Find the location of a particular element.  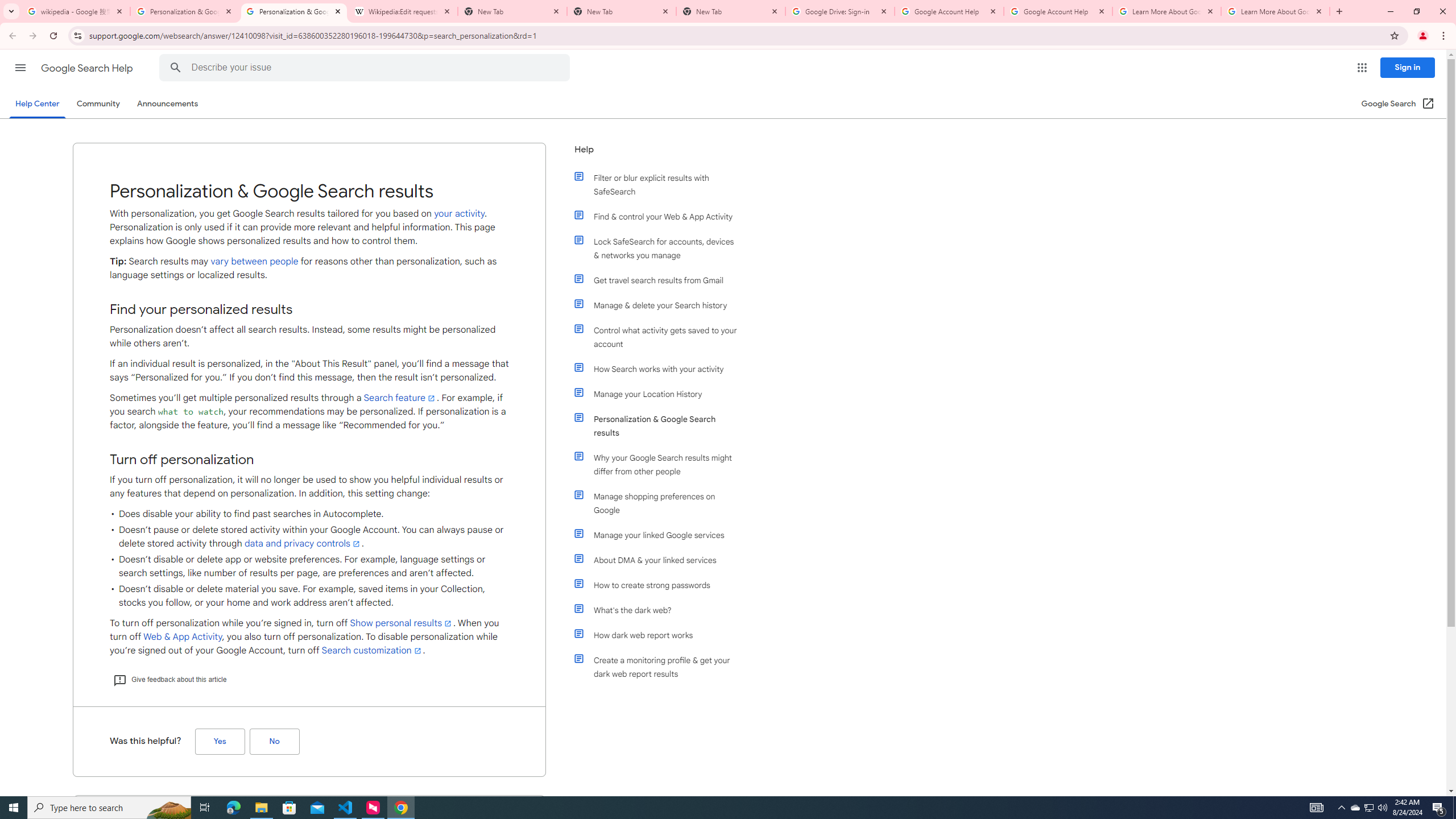

'Filter or blur explicit results with SafeSearch' is located at coordinates (661, 184).